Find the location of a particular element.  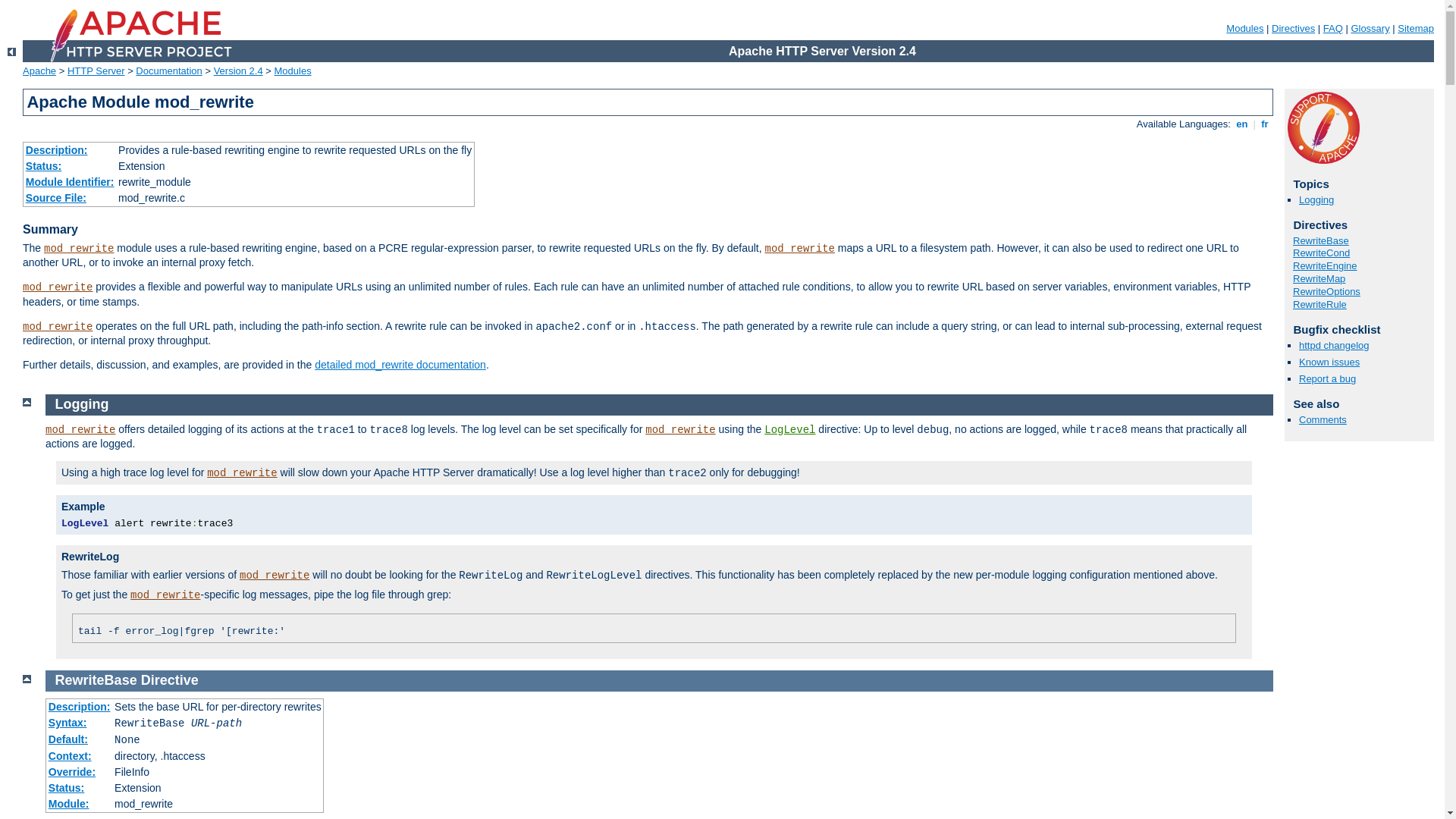

'mod_rewrite' is located at coordinates (679, 430).